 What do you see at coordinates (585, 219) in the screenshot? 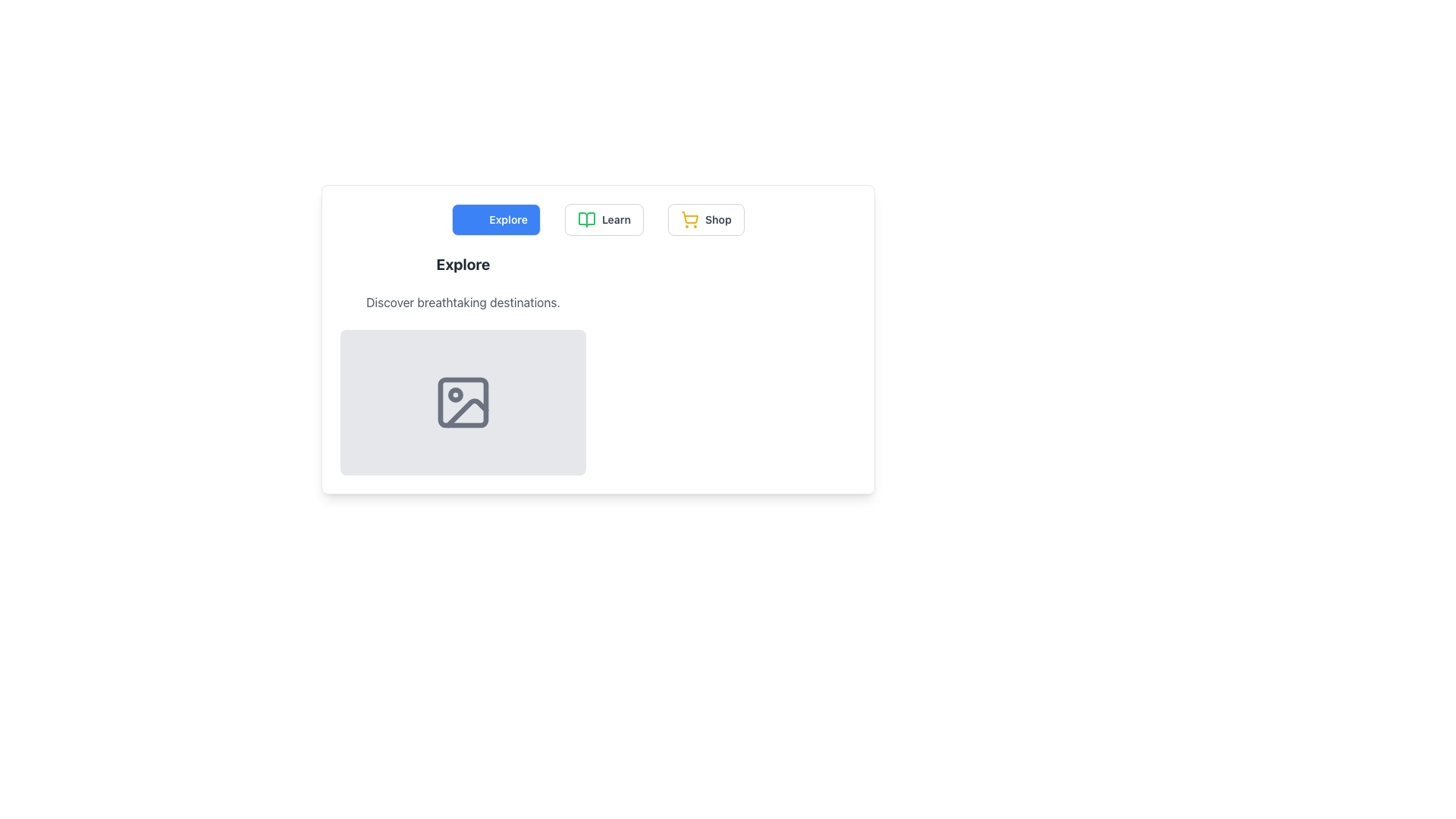
I see `the non-interactive book icon element located at the bottom part of the SVG graphic` at bounding box center [585, 219].